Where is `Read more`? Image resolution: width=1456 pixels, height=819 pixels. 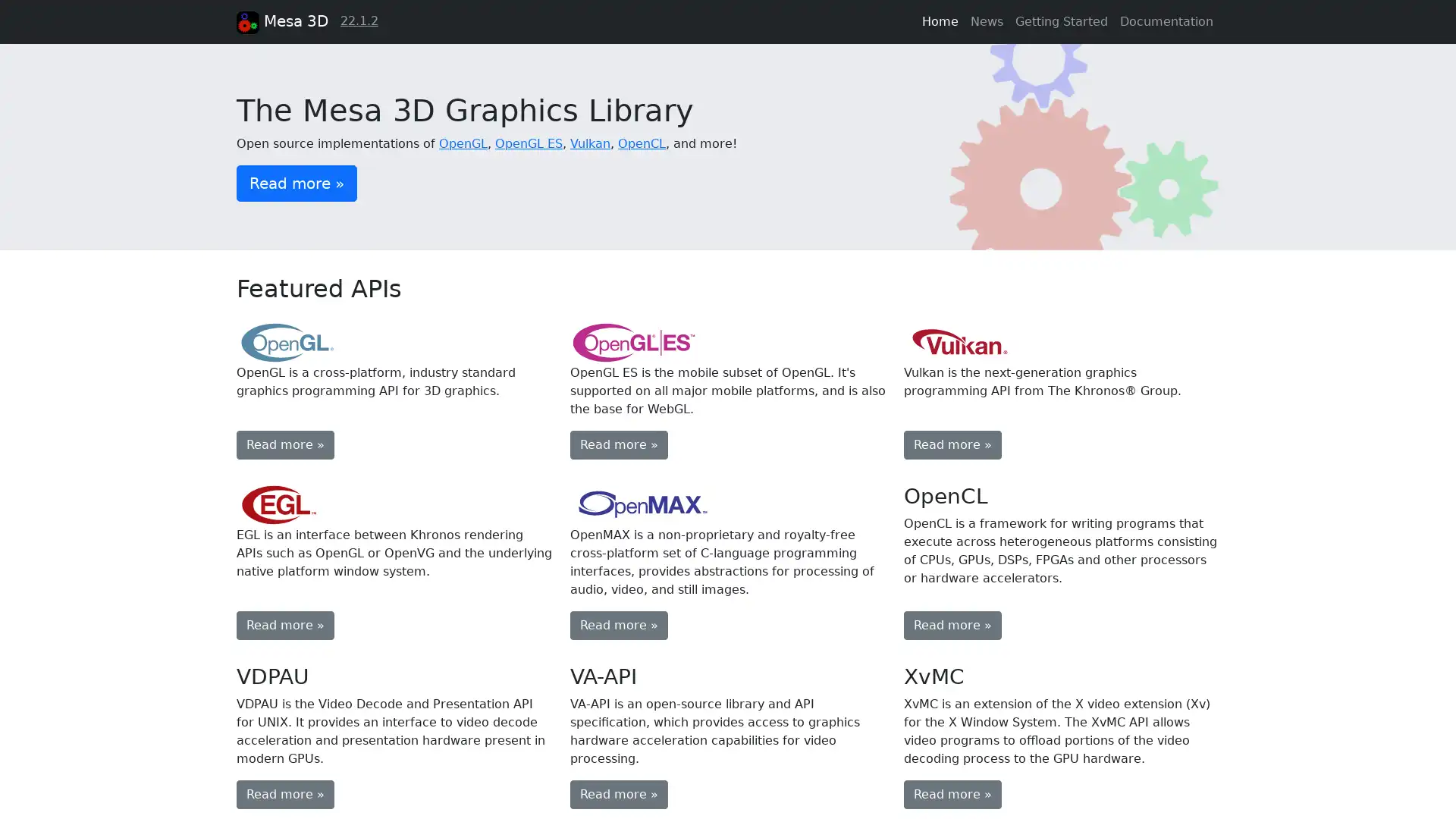
Read more is located at coordinates (952, 794).